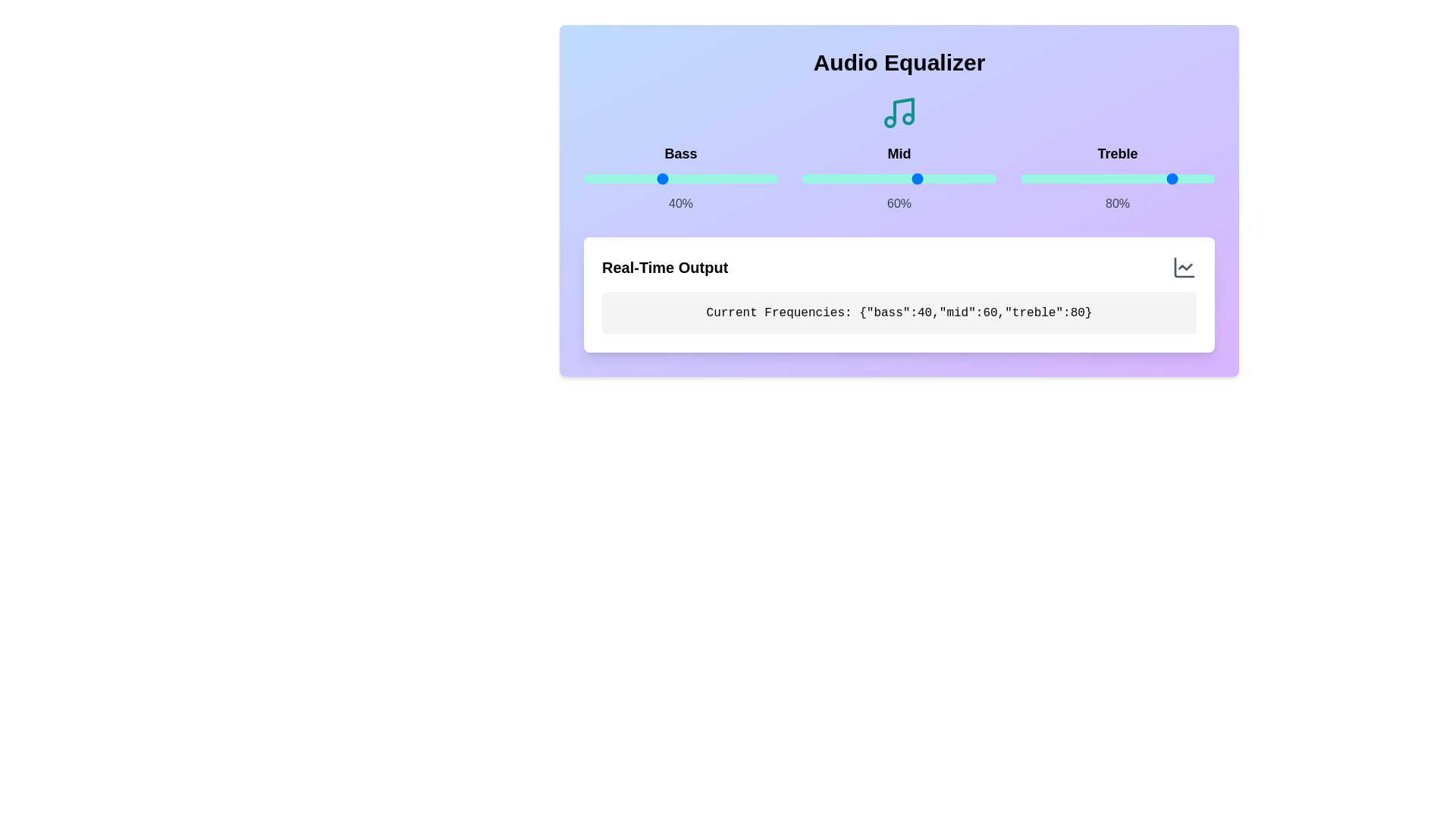  I want to click on the static text element displaying '80%' that is located below the 'Treble' slider in the audio equalizer interface, so click(1117, 203).